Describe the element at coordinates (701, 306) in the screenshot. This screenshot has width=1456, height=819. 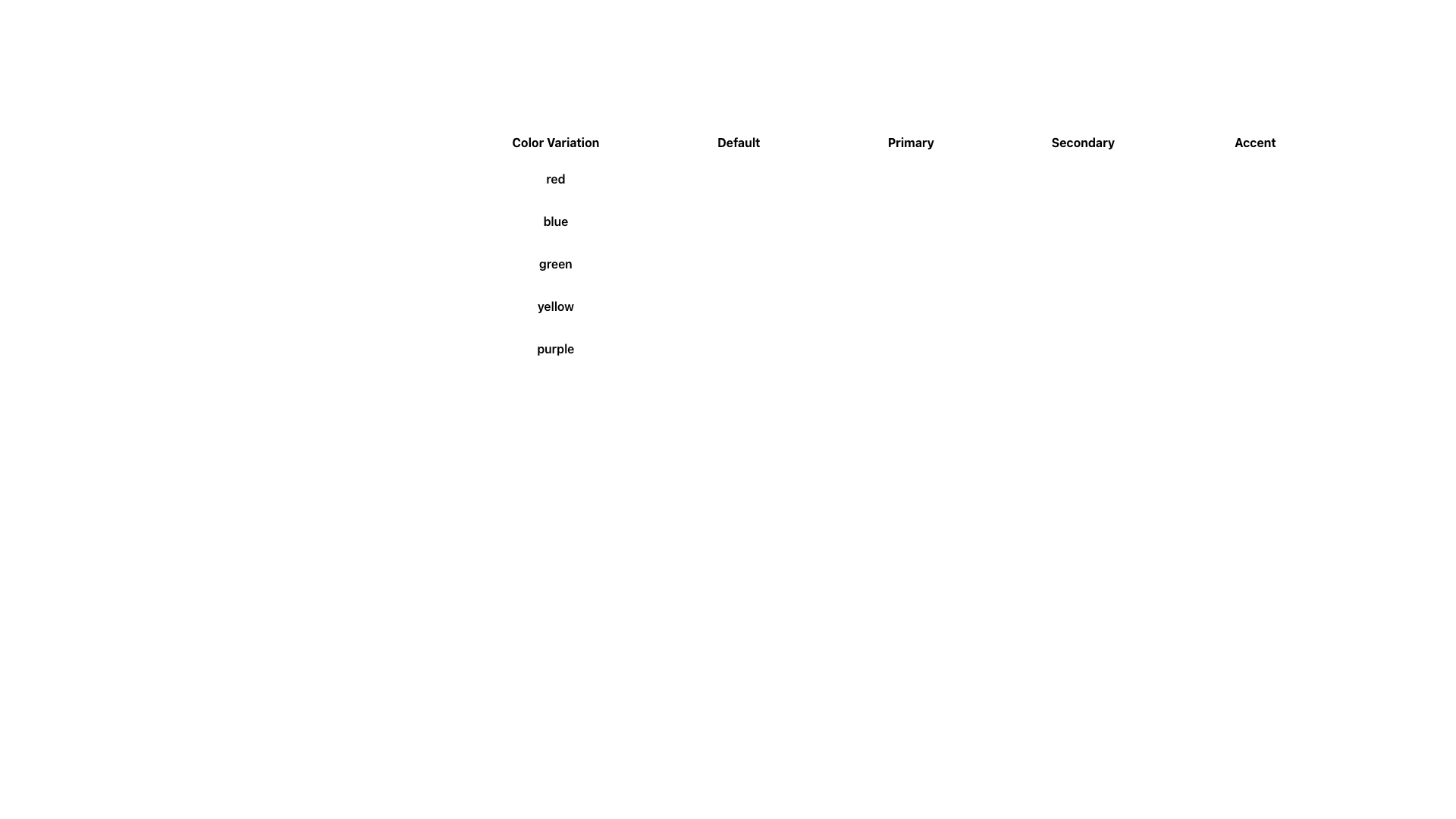
I see `the button in the fourth row of the 'Default' column` at that location.